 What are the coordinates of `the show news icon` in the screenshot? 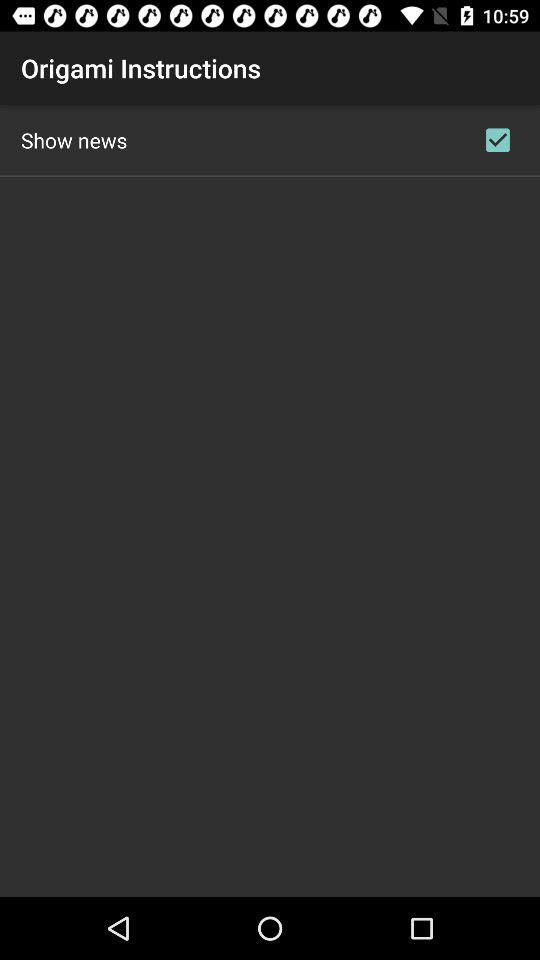 It's located at (73, 139).